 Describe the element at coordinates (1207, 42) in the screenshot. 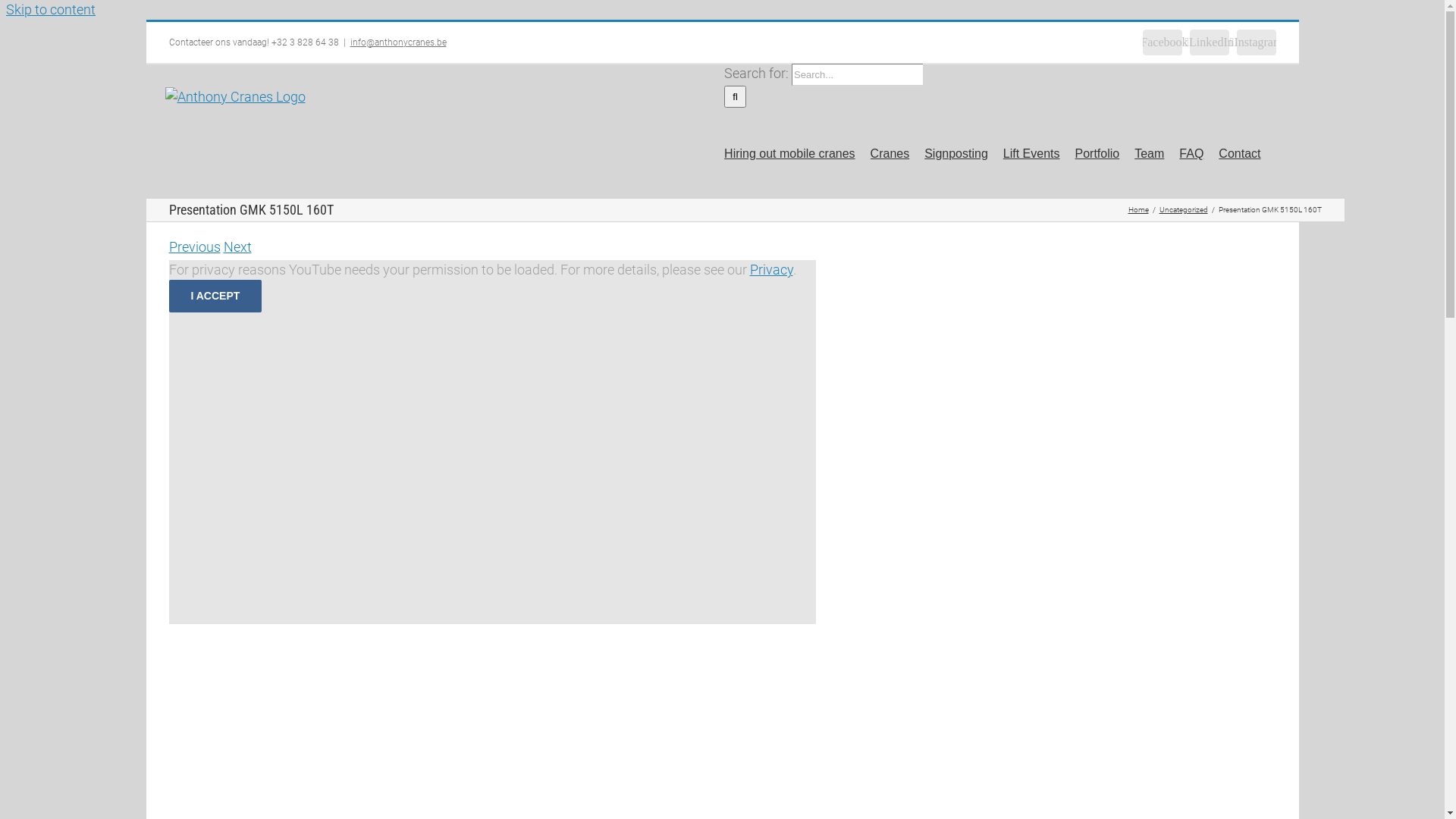

I see `'LinkedIn'` at that location.